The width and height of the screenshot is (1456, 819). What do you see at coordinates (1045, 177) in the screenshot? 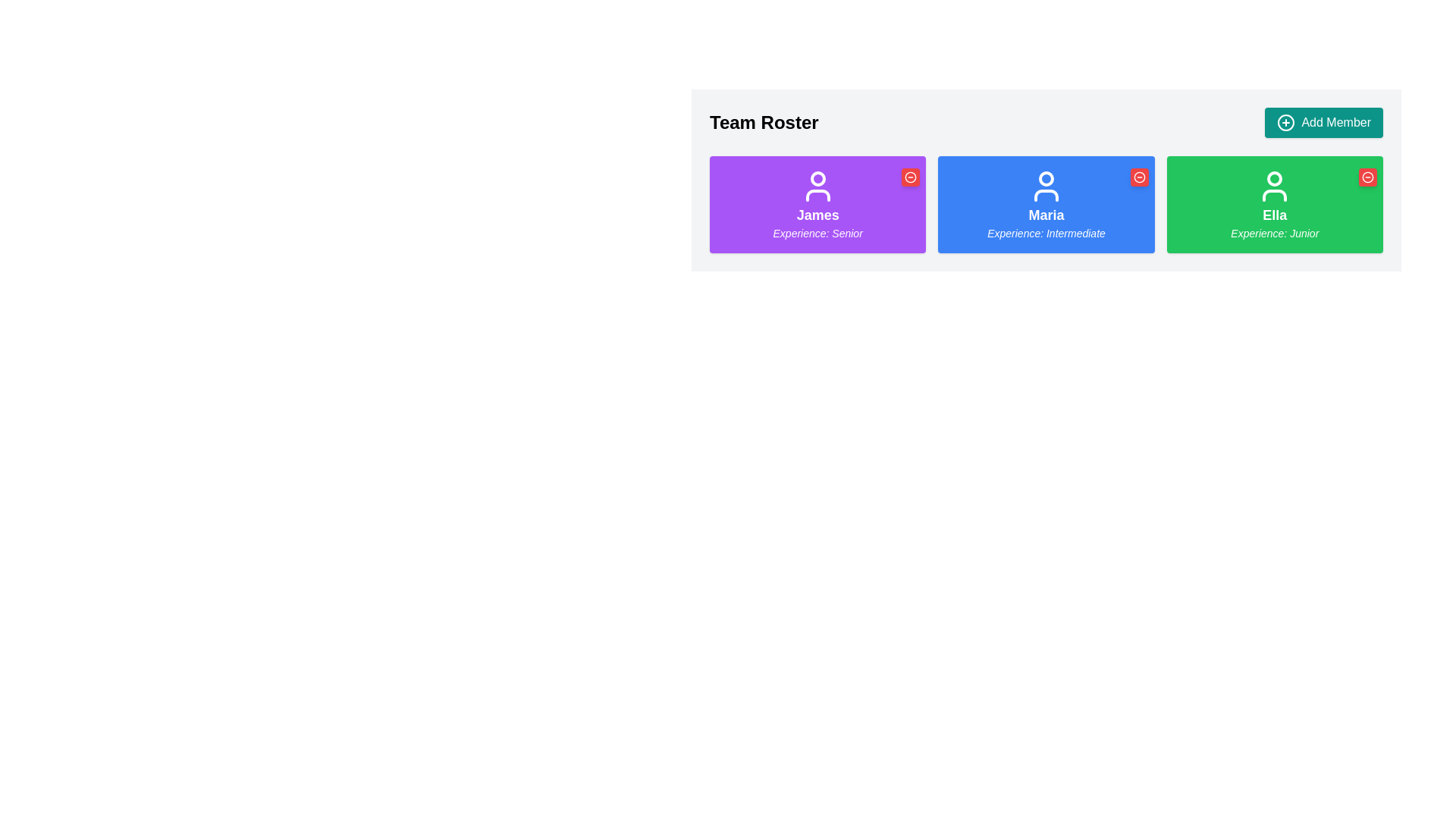
I see `the decorative graphical element representing the head in the user icon, which is centrally located above the text 'Maria' in the blue rectangular card` at bounding box center [1045, 177].